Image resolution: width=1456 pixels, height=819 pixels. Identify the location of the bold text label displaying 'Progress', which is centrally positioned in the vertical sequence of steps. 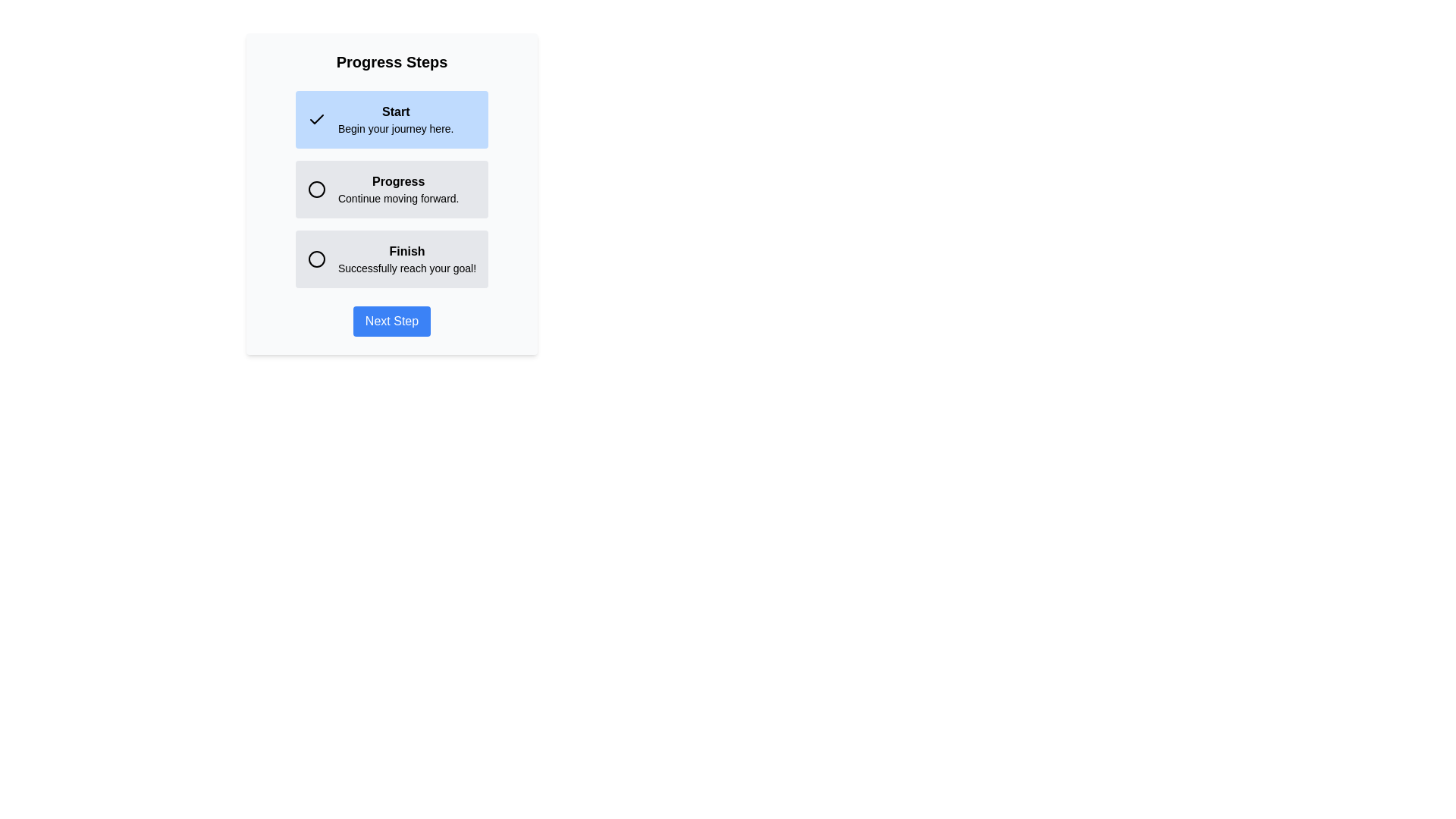
(398, 180).